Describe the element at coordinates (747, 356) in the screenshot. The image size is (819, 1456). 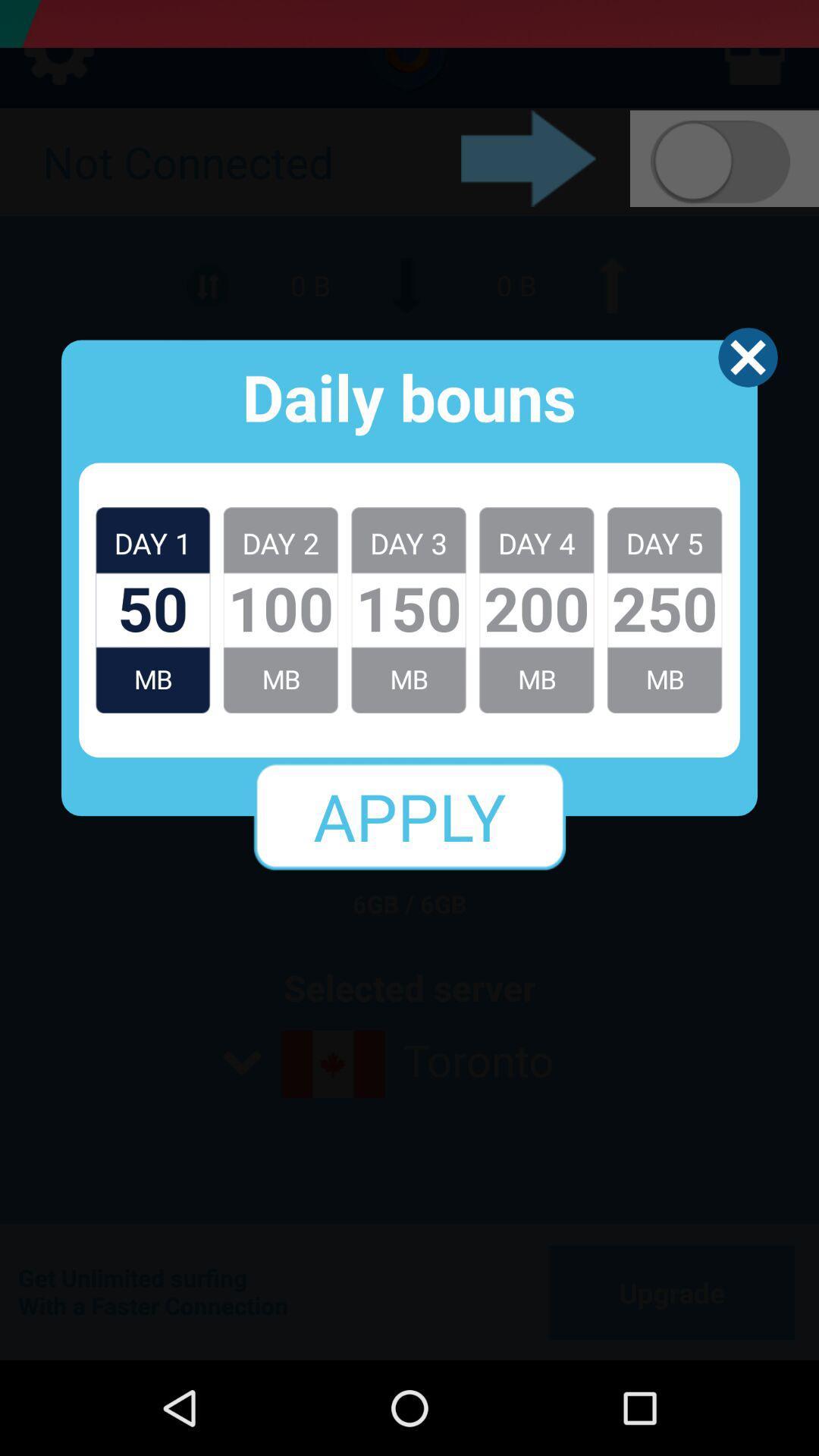
I see `the app to the right of the daily bouns app` at that location.